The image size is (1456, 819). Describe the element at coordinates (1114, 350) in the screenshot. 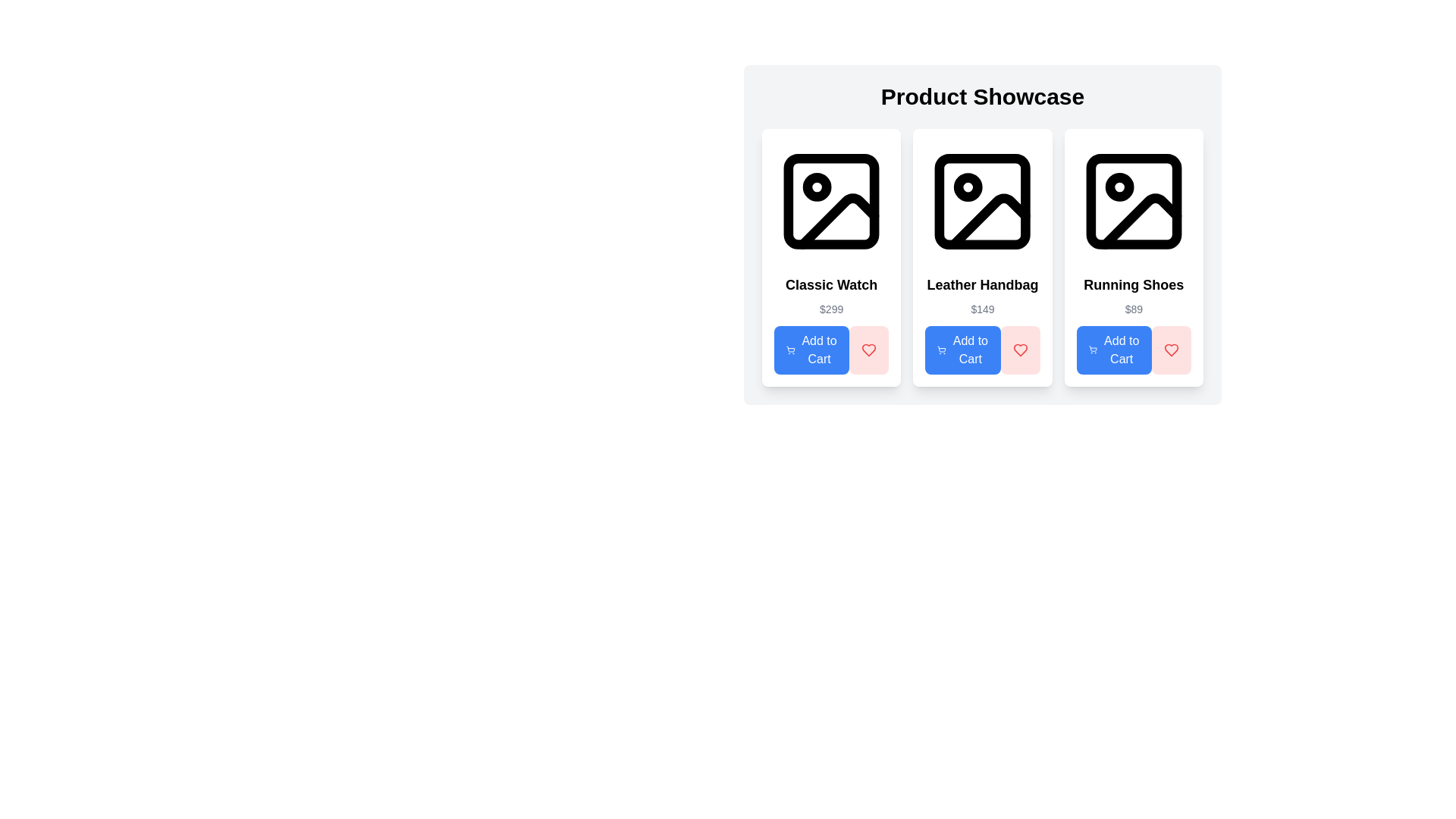

I see `the 'Add to Cart' button located at the bottom center of the 'Running Shoes' product card to trigger the hover effect` at that location.